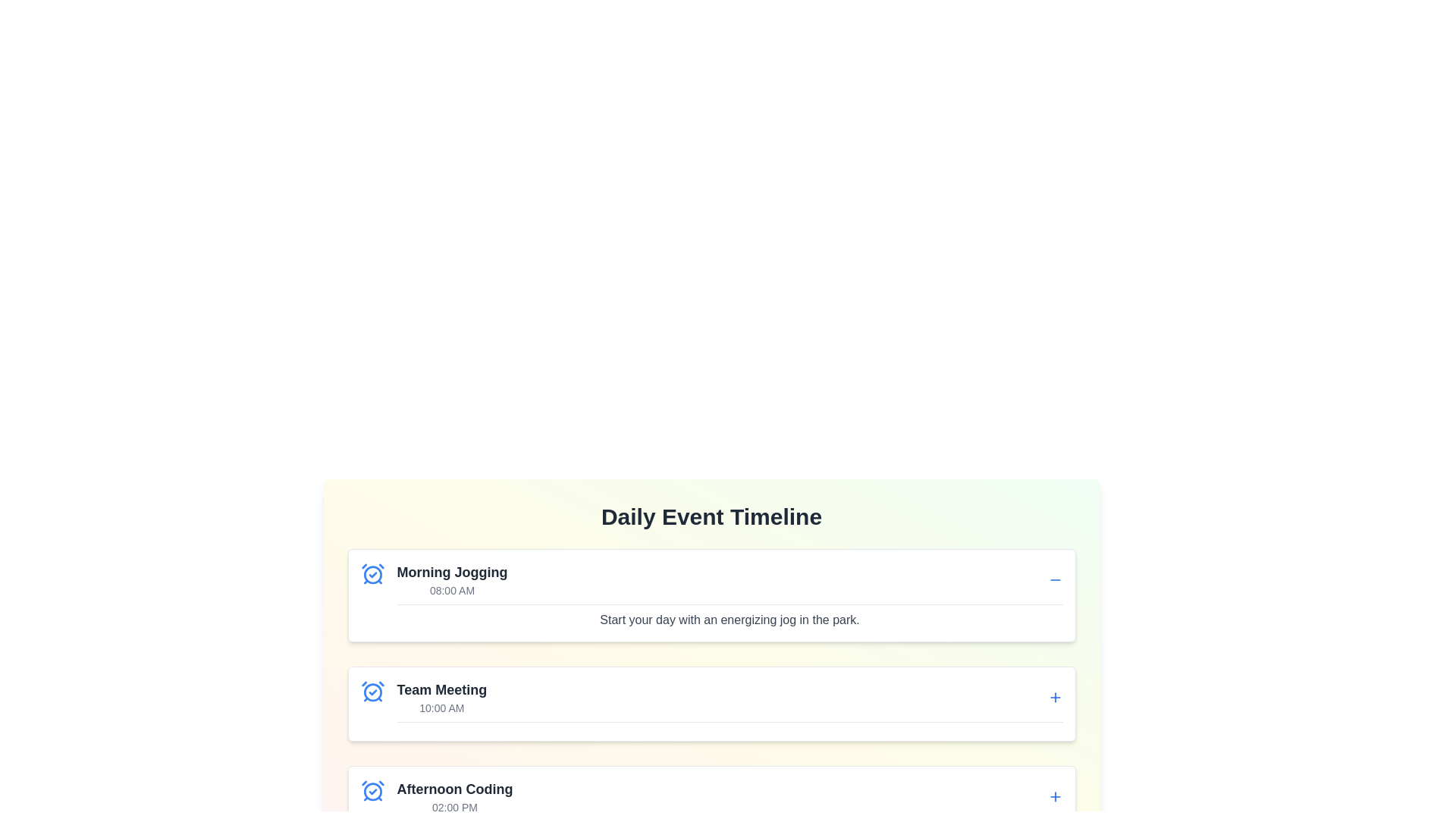 The image size is (1456, 819). What do you see at coordinates (1054, 698) in the screenshot?
I see `the add button located in the top-right corner of the 'Team Meeting' event card, next to the '10:00 AM' text` at bounding box center [1054, 698].